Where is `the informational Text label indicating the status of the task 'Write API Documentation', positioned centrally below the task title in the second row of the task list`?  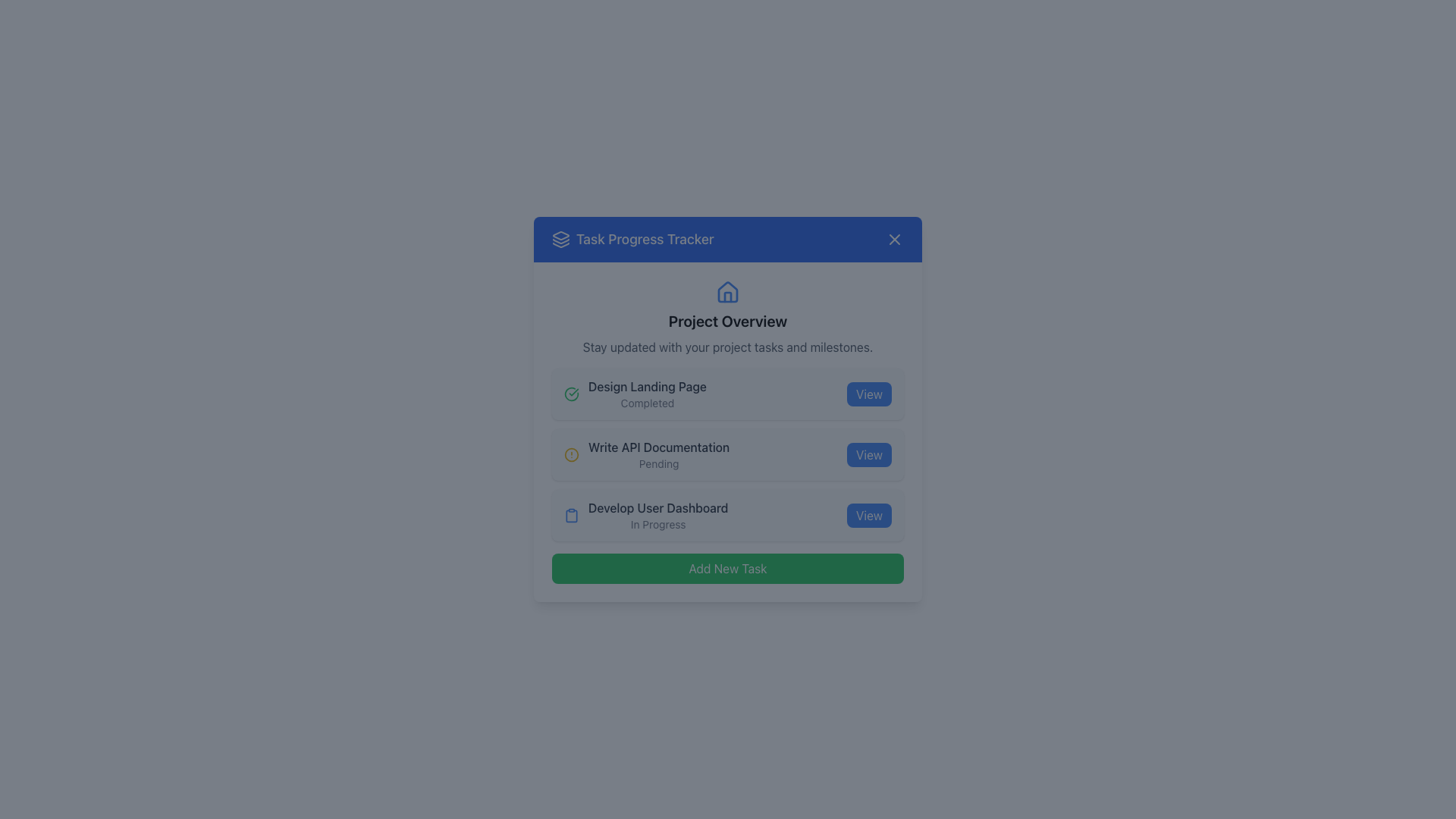 the informational Text label indicating the status of the task 'Write API Documentation', positioned centrally below the task title in the second row of the task list is located at coordinates (659, 463).